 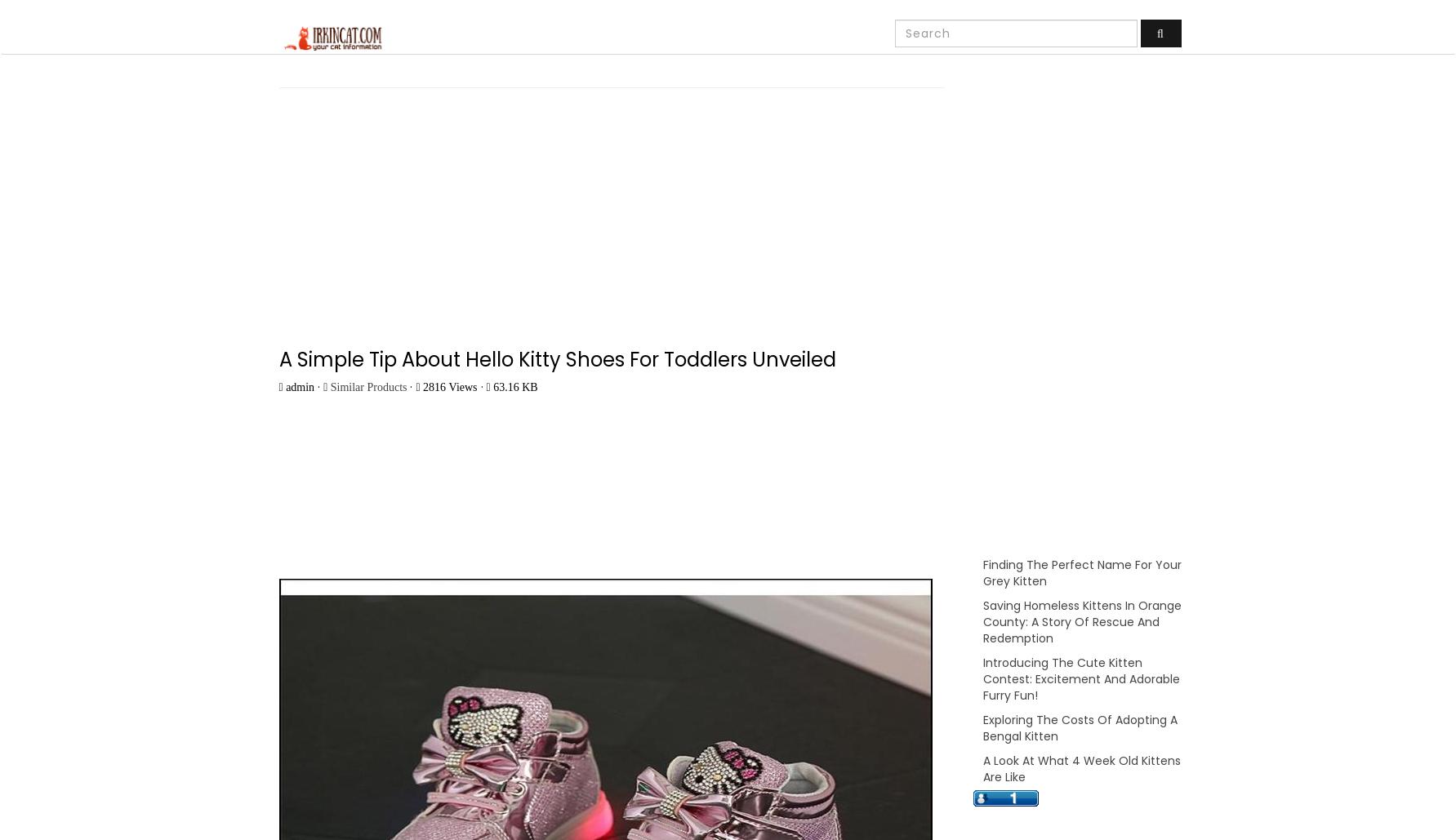 What do you see at coordinates (1078, 728) in the screenshot?
I see `'Exploring The Costs Of Adopting A Bengal Kitten'` at bounding box center [1078, 728].